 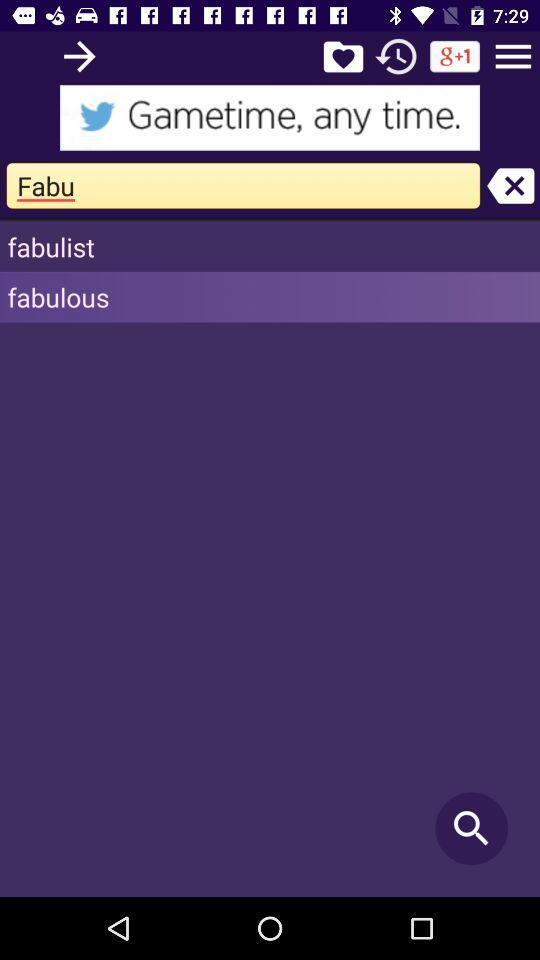 What do you see at coordinates (342, 55) in the screenshot?
I see `favourite search` at bounding box center [342, 55].